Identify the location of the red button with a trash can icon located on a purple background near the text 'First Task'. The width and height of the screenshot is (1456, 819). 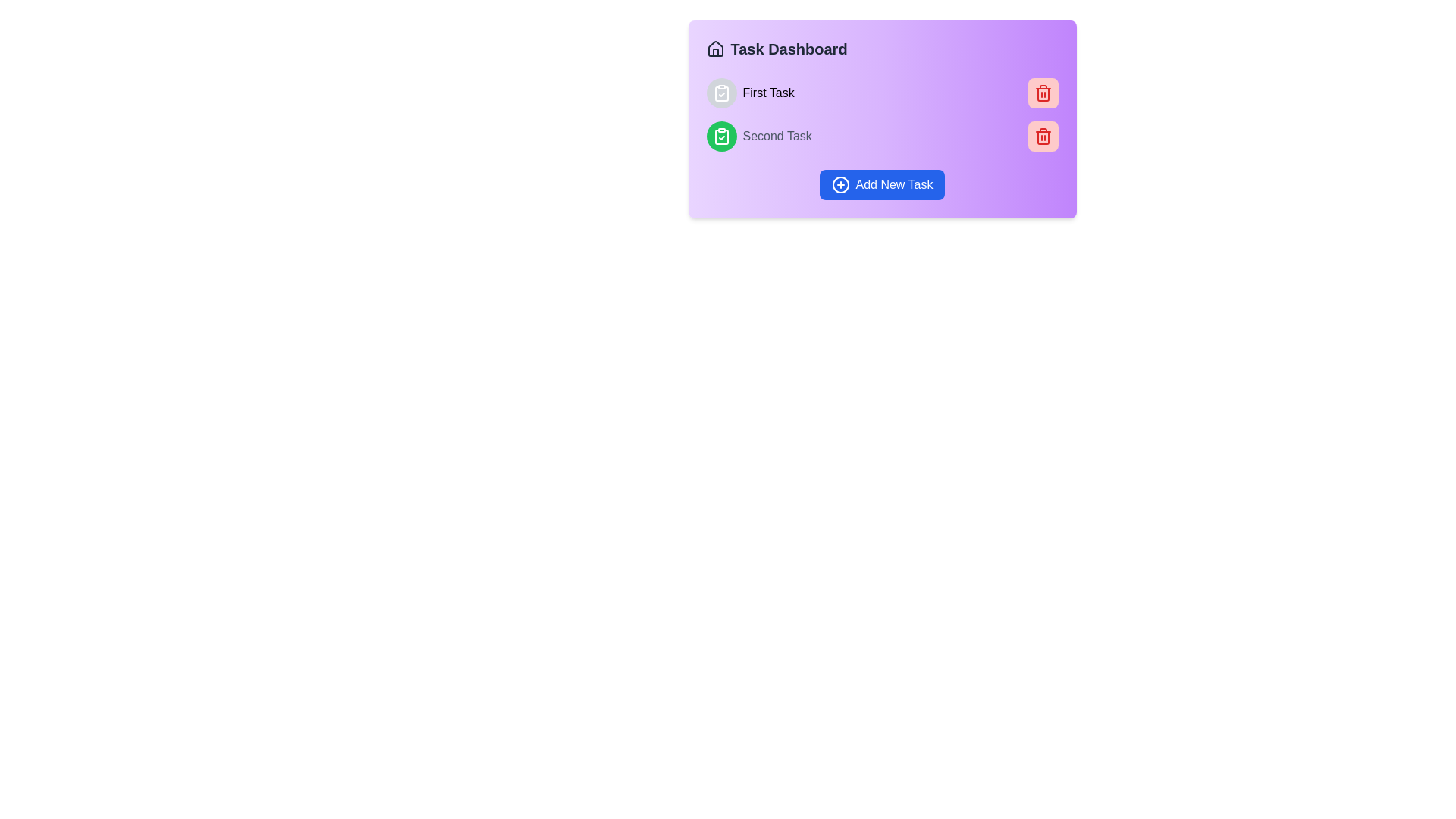
(1042, 93).